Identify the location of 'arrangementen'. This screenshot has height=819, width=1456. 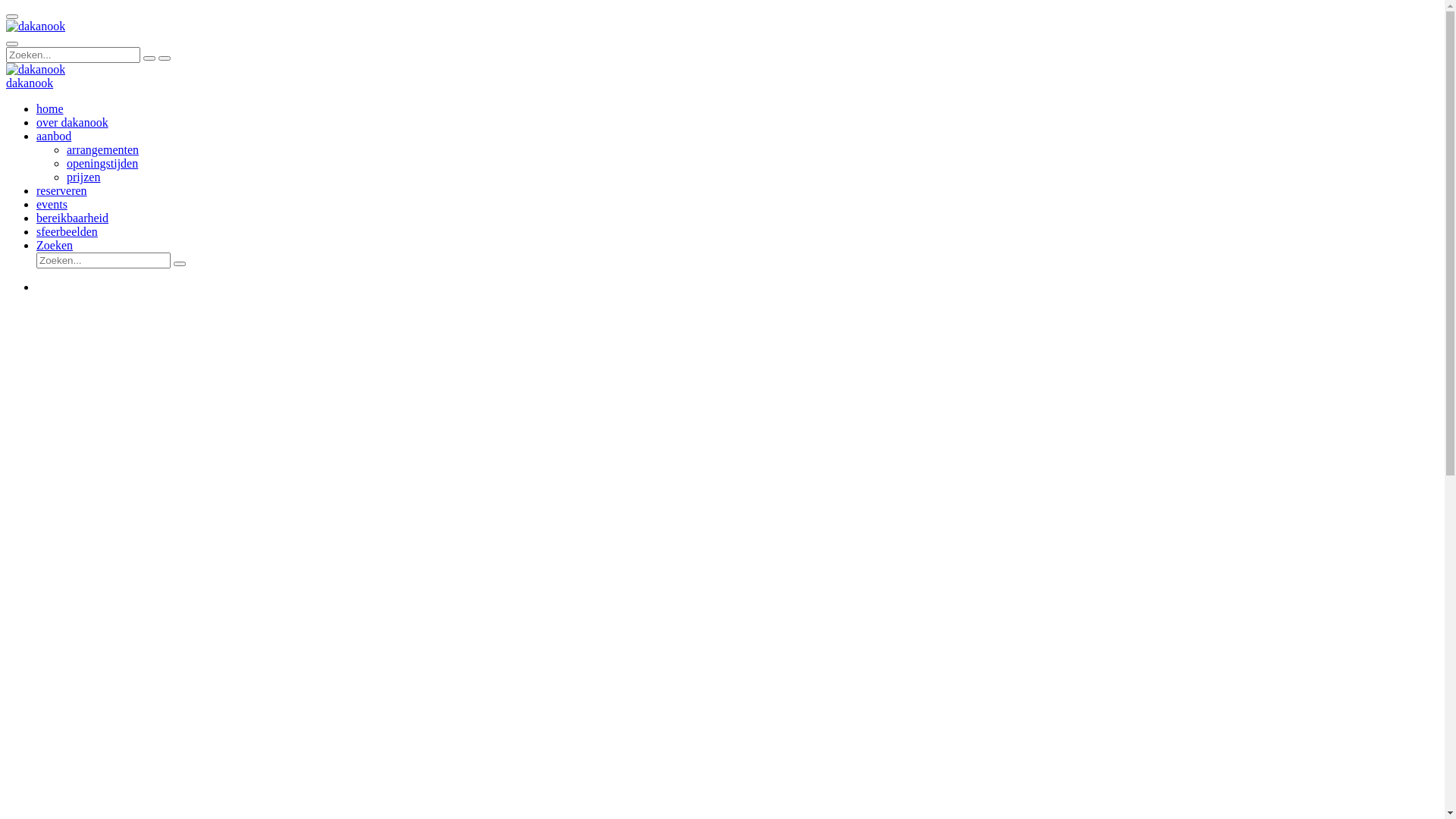
(65, 149).